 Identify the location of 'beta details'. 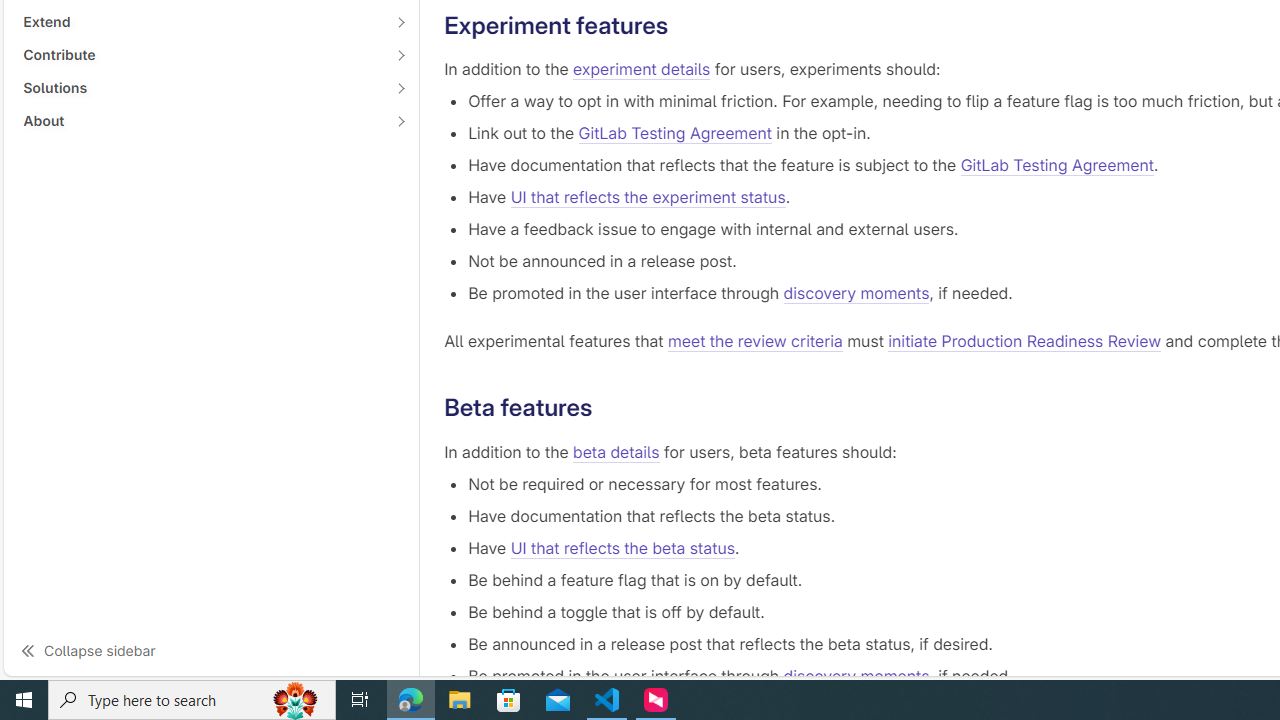
(615, 451).